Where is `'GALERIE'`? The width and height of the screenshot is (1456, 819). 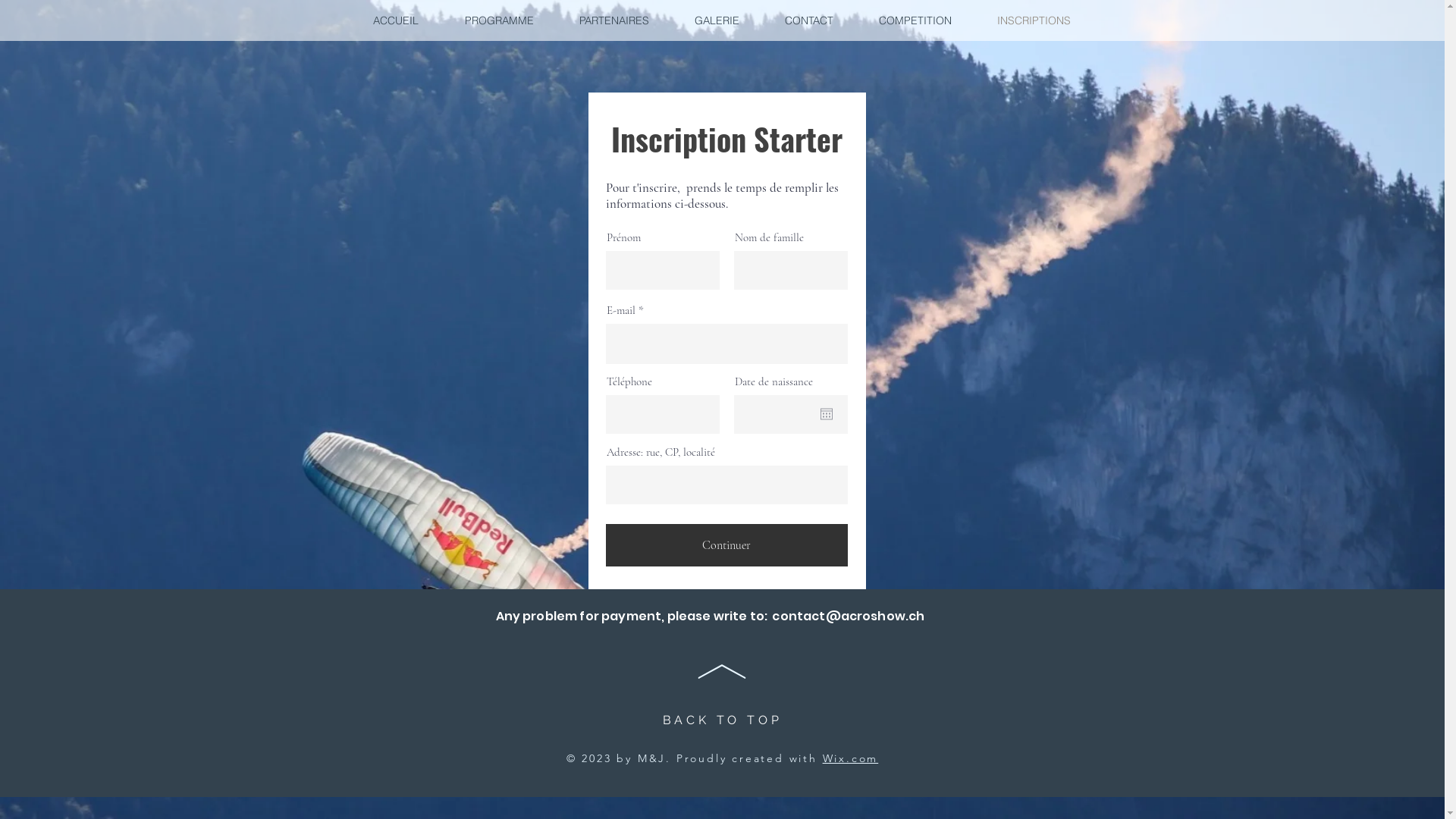
'GALERIE' is located at coordinates (671, 20).